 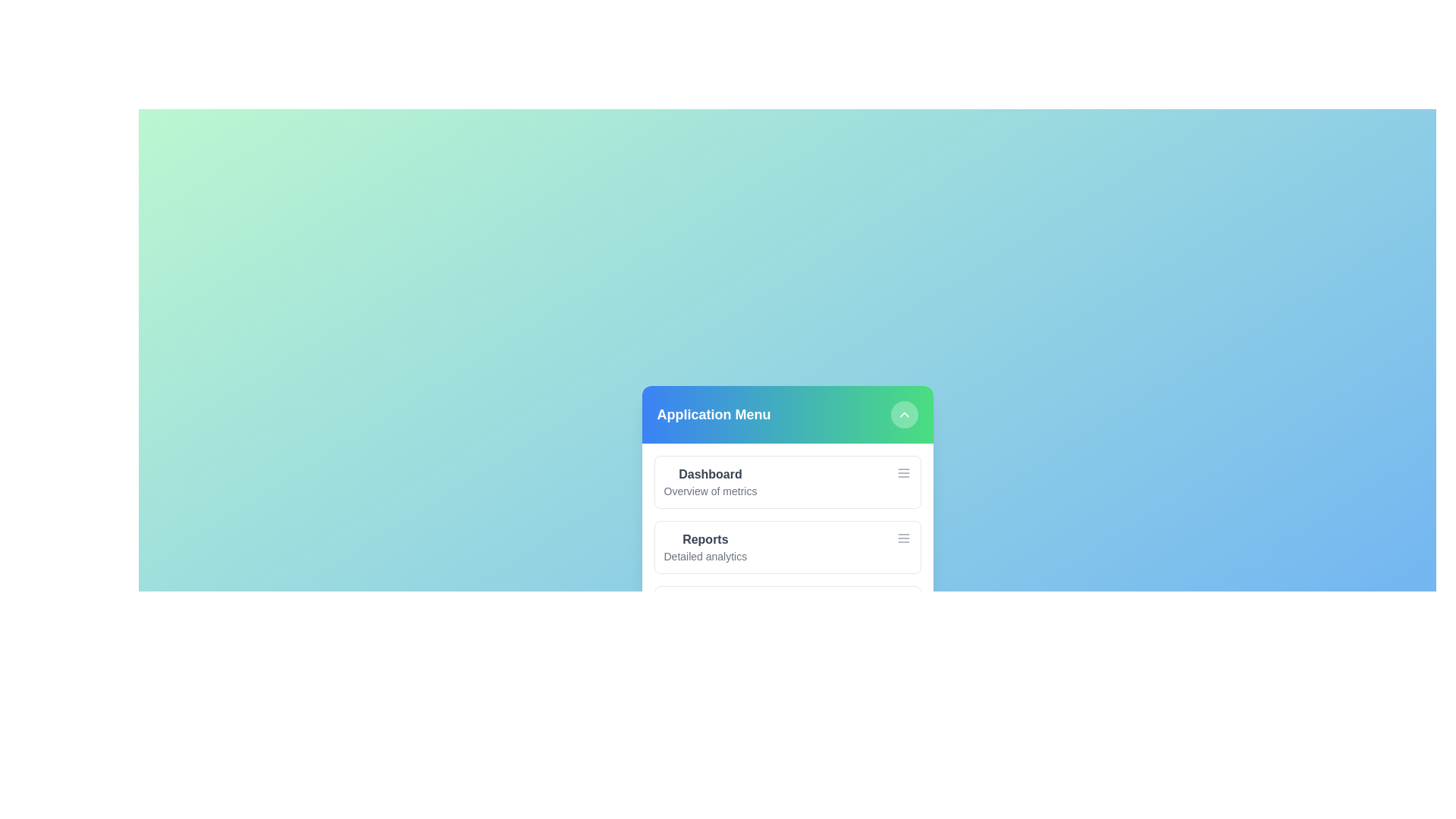 What do you see at coordinates (704, 547) in the screenshot?
I see `the menu item Reports to observe its hover effect` at bounding box center [704, 547].